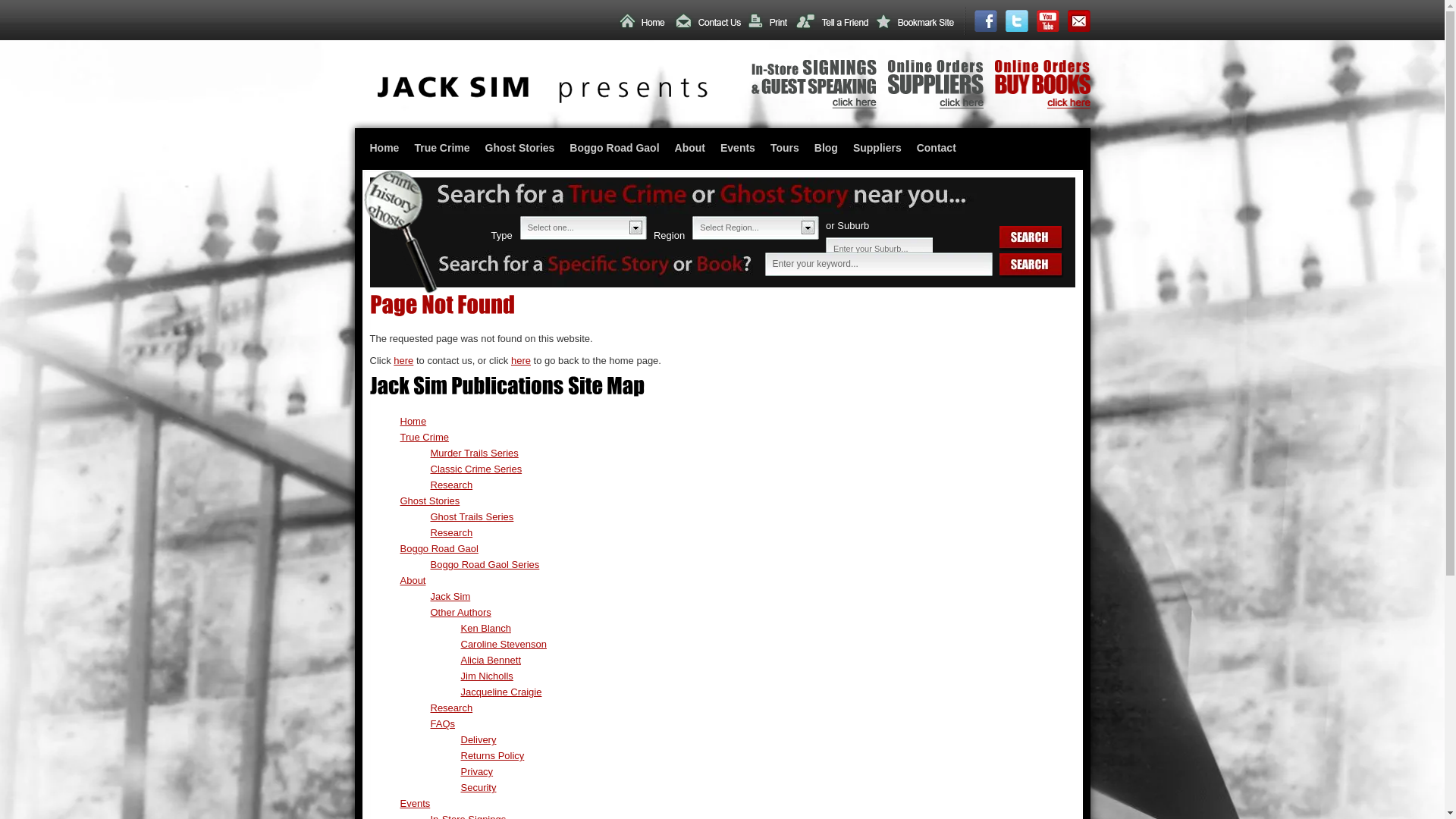  Describe the element at coordinates (520, 360) in the screenshot. I see `'here'` at that location.